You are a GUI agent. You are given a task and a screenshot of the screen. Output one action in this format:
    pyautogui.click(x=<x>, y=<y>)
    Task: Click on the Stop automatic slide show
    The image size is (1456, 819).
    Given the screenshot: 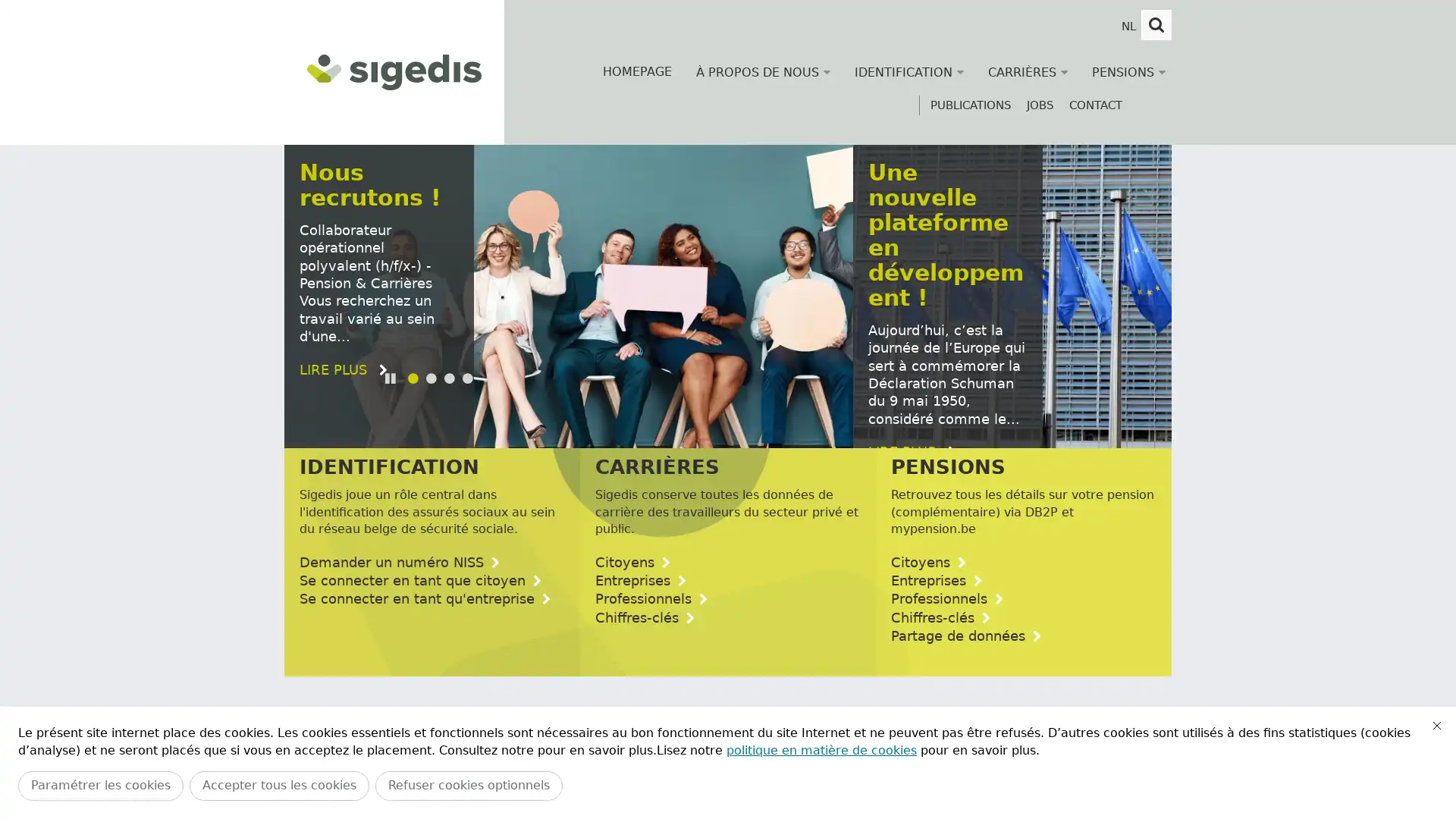 What is the action you would take?
    pyautogui.click(x=392, y=416)
    